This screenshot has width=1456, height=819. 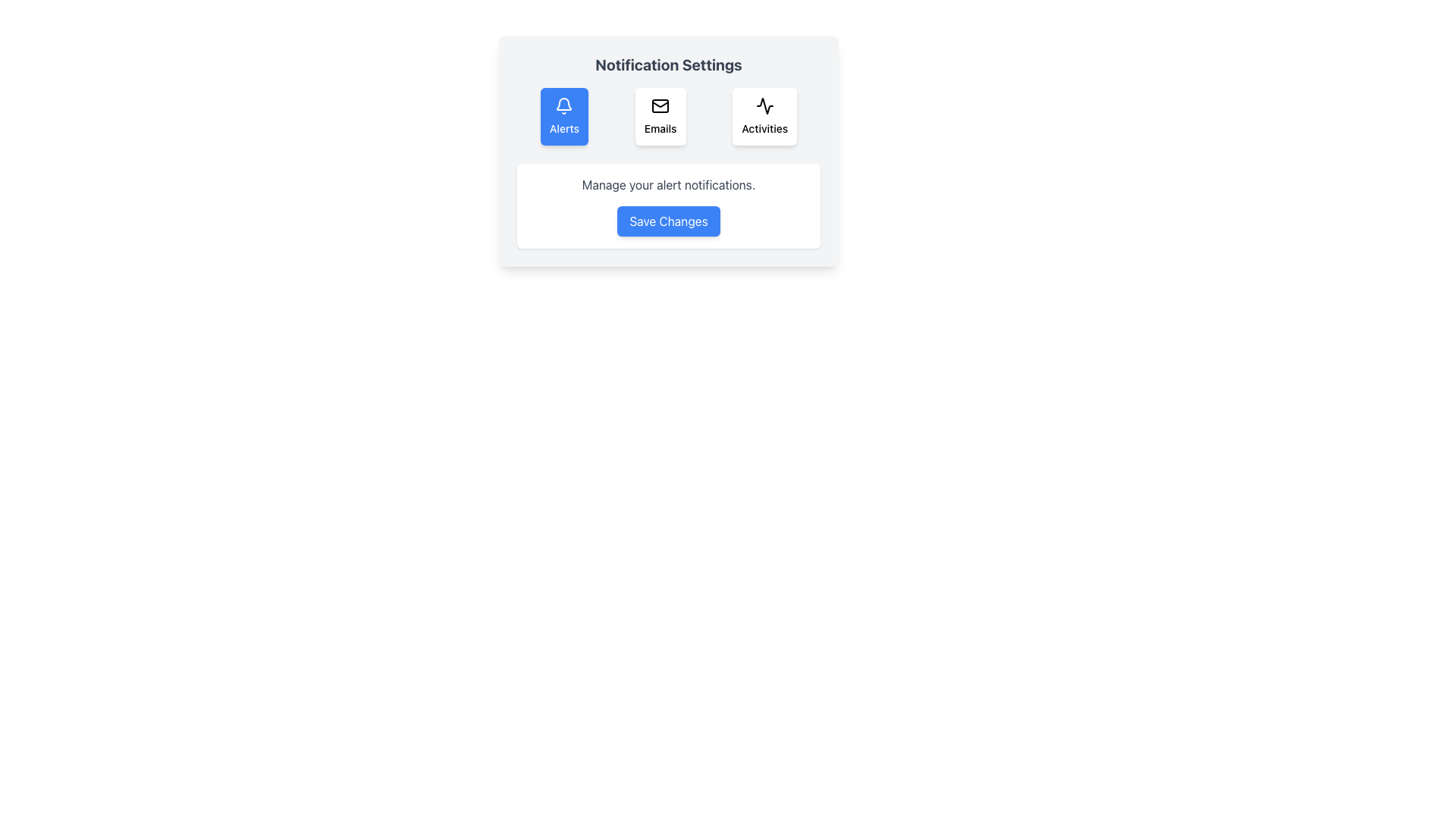 I want to click on the 'Alerts' icon located at the center of the blue rectangle in the 'Notification Settings' section, so click(x=563, y=103).